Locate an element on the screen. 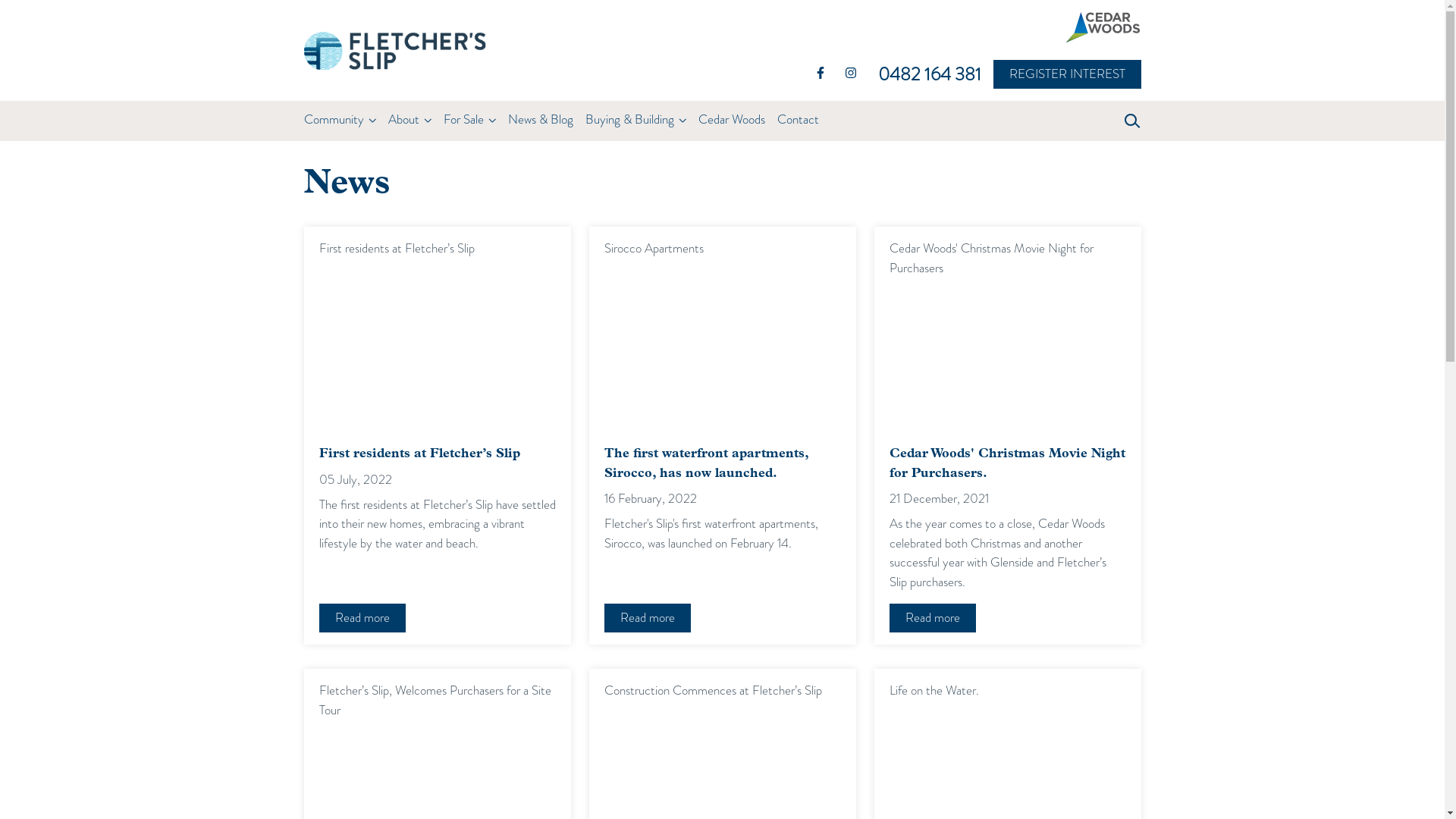  'About' is located at coordinates (409, 119).